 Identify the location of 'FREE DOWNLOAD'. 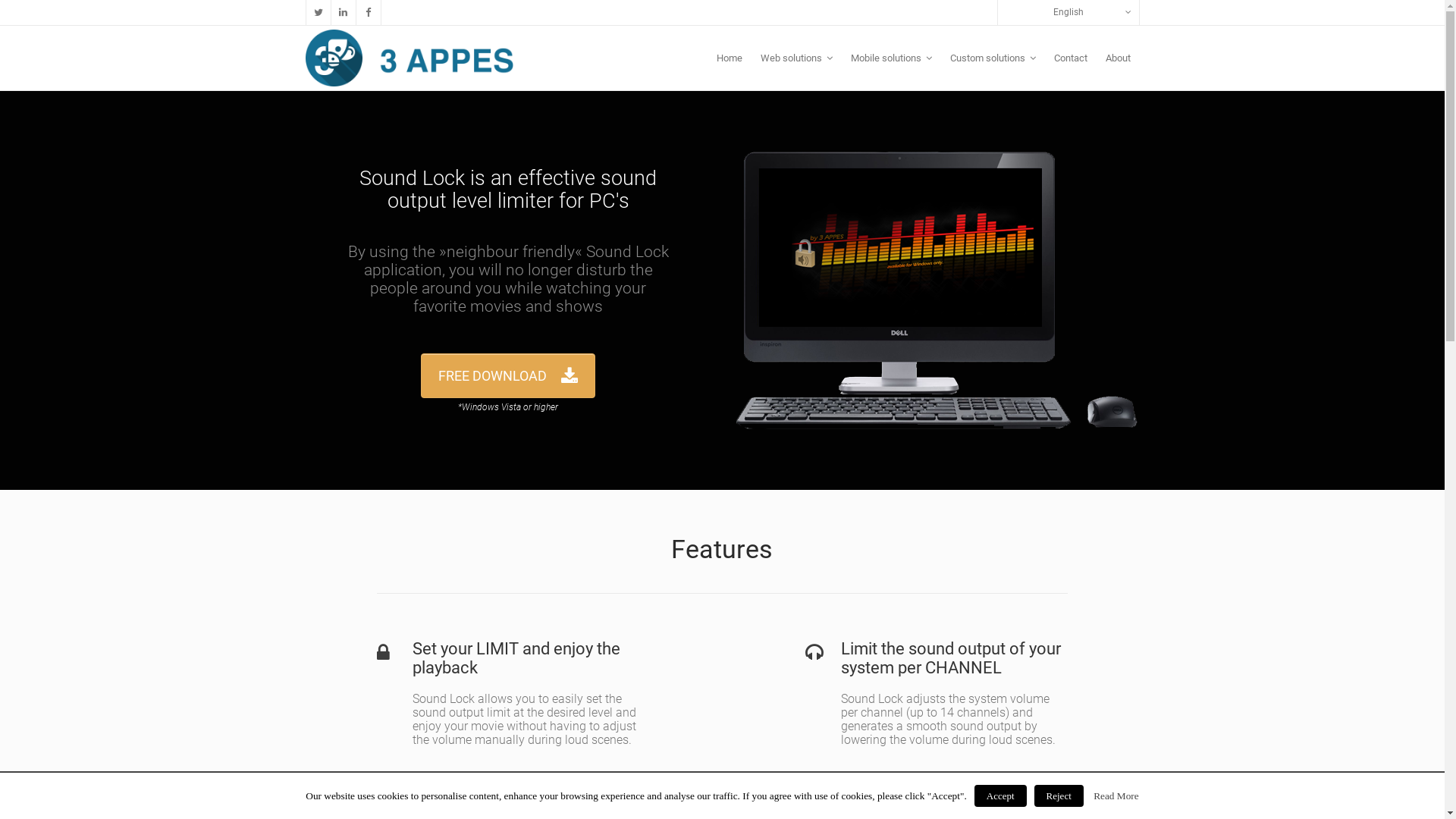
(421, 375).